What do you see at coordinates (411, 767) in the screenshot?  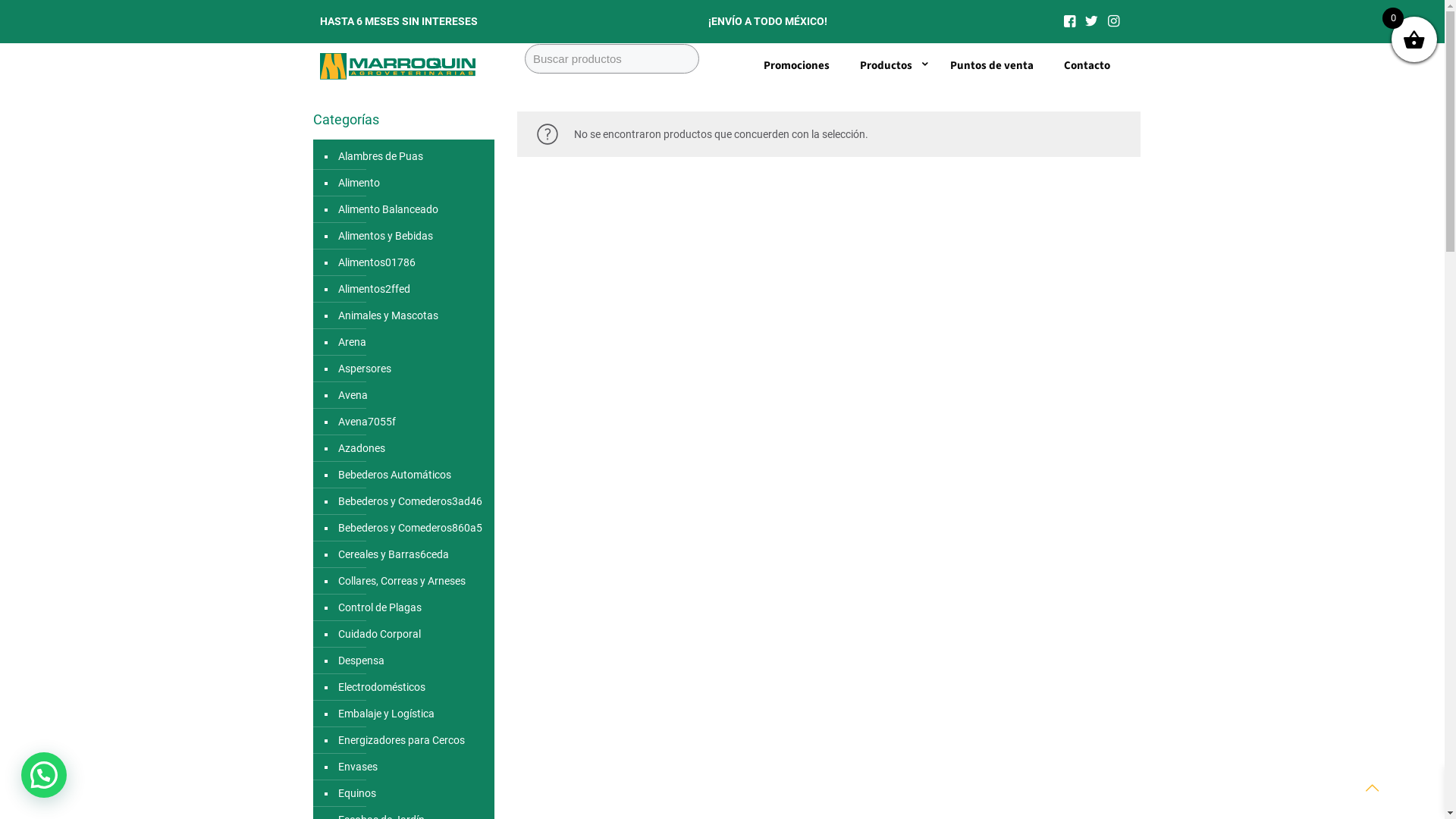 I see `'Envases'` at bounding box center [411, 767].